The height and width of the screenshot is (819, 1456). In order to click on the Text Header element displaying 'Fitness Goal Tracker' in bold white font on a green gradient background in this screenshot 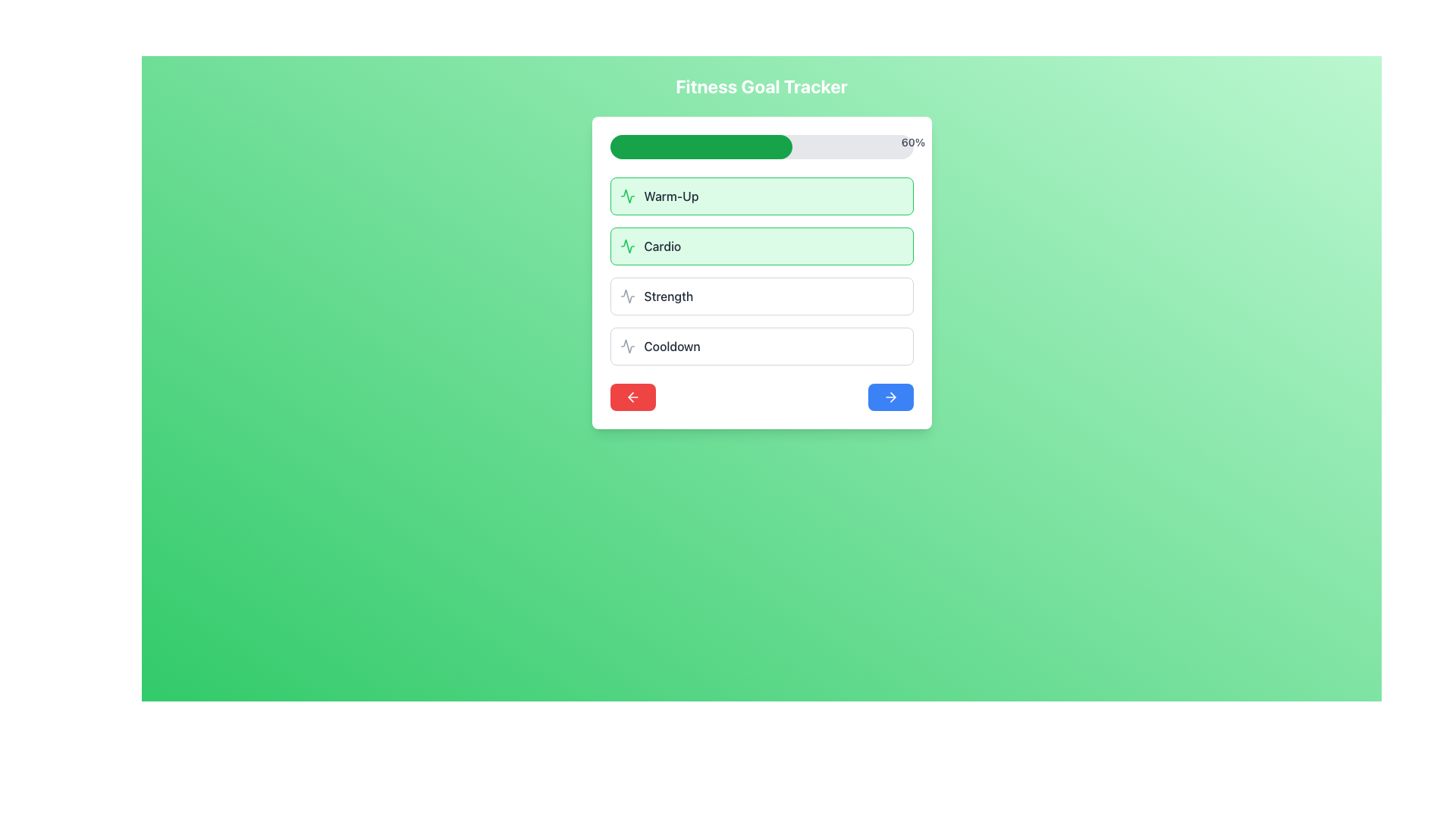, I will do `click(761, 86)`.